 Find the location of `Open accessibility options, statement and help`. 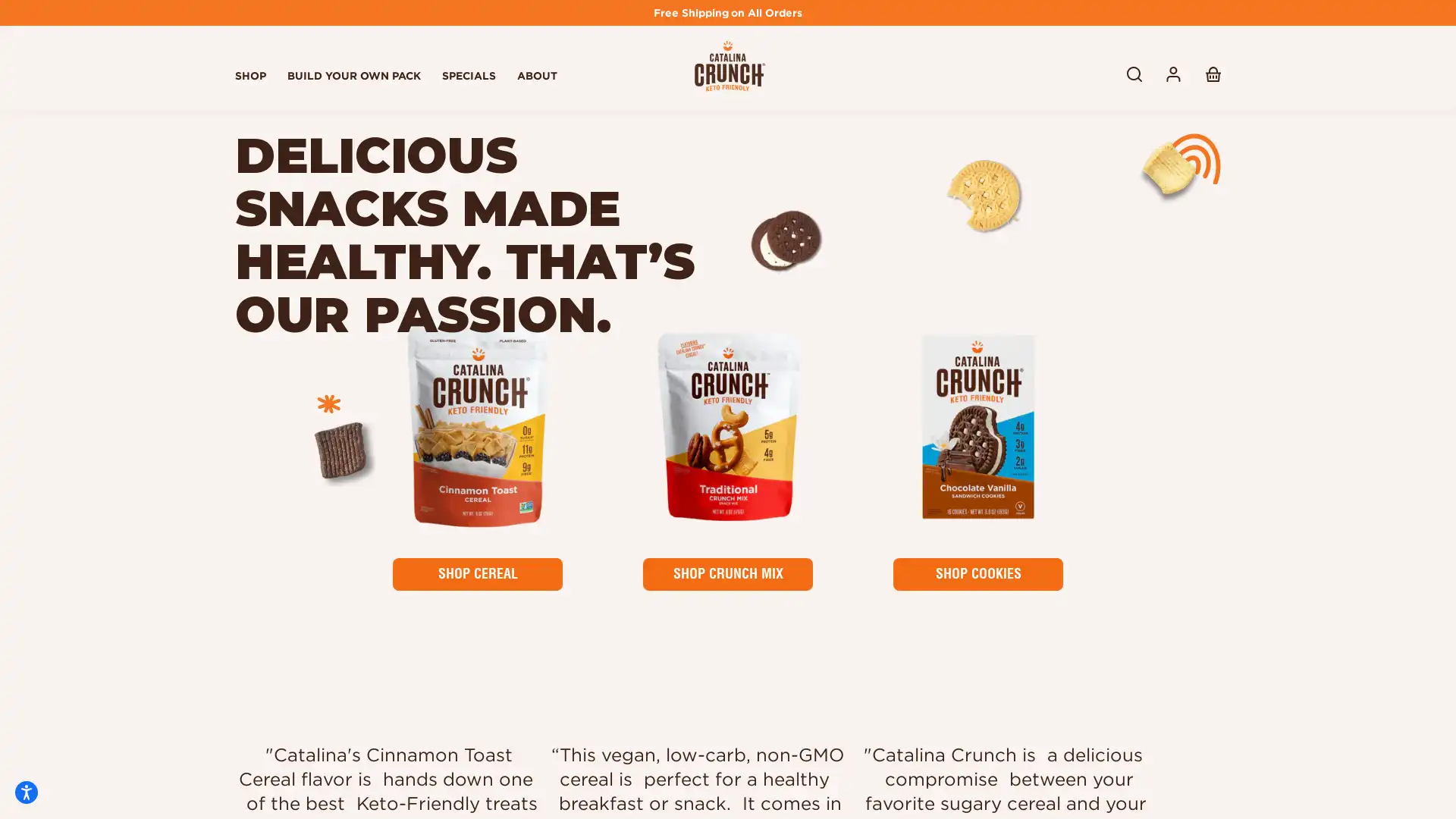

Open accessibility options, statement and help is located at coordinates (26, 792).